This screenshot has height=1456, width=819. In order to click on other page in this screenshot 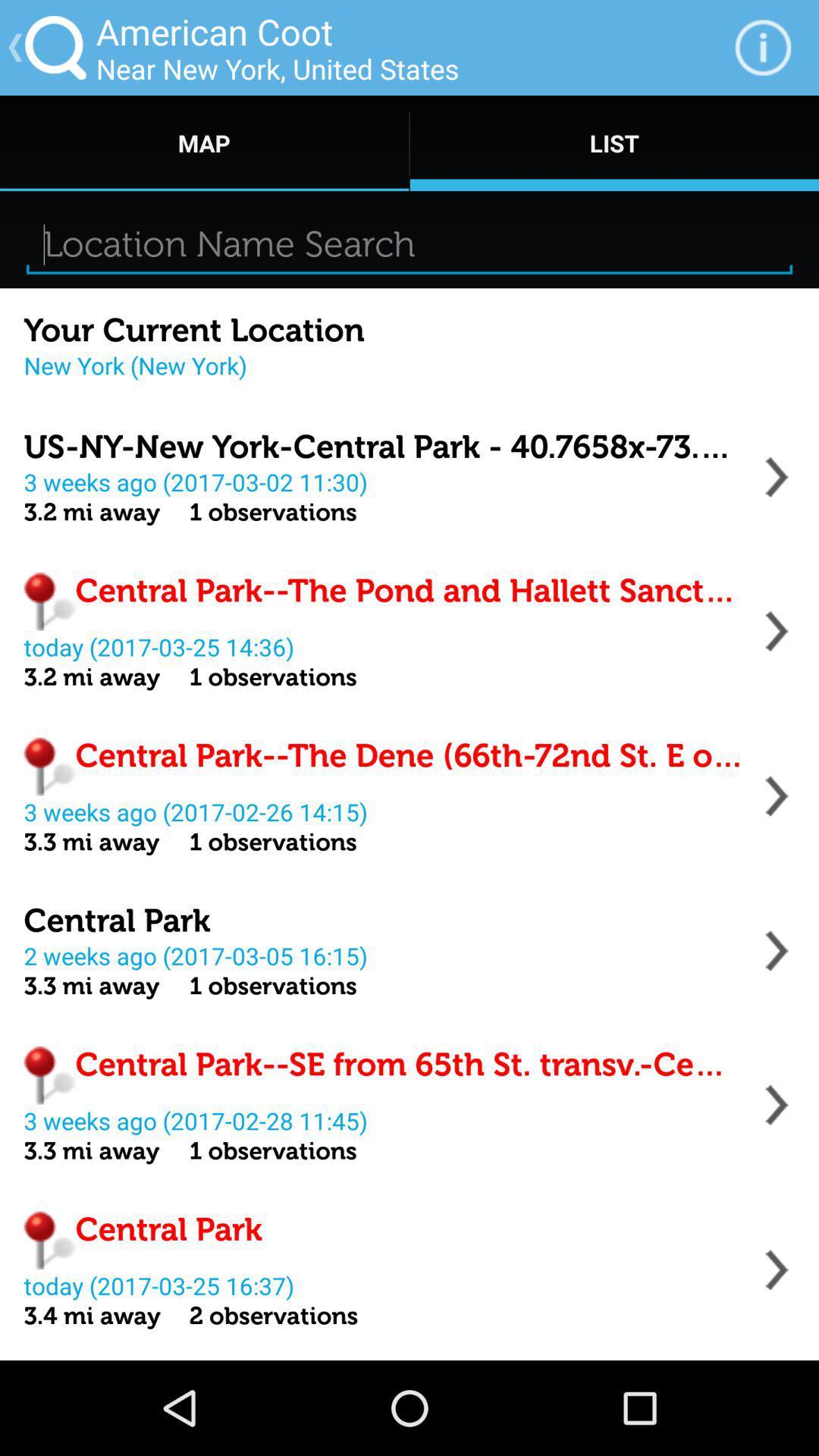, I will do `click(777, 476)`.